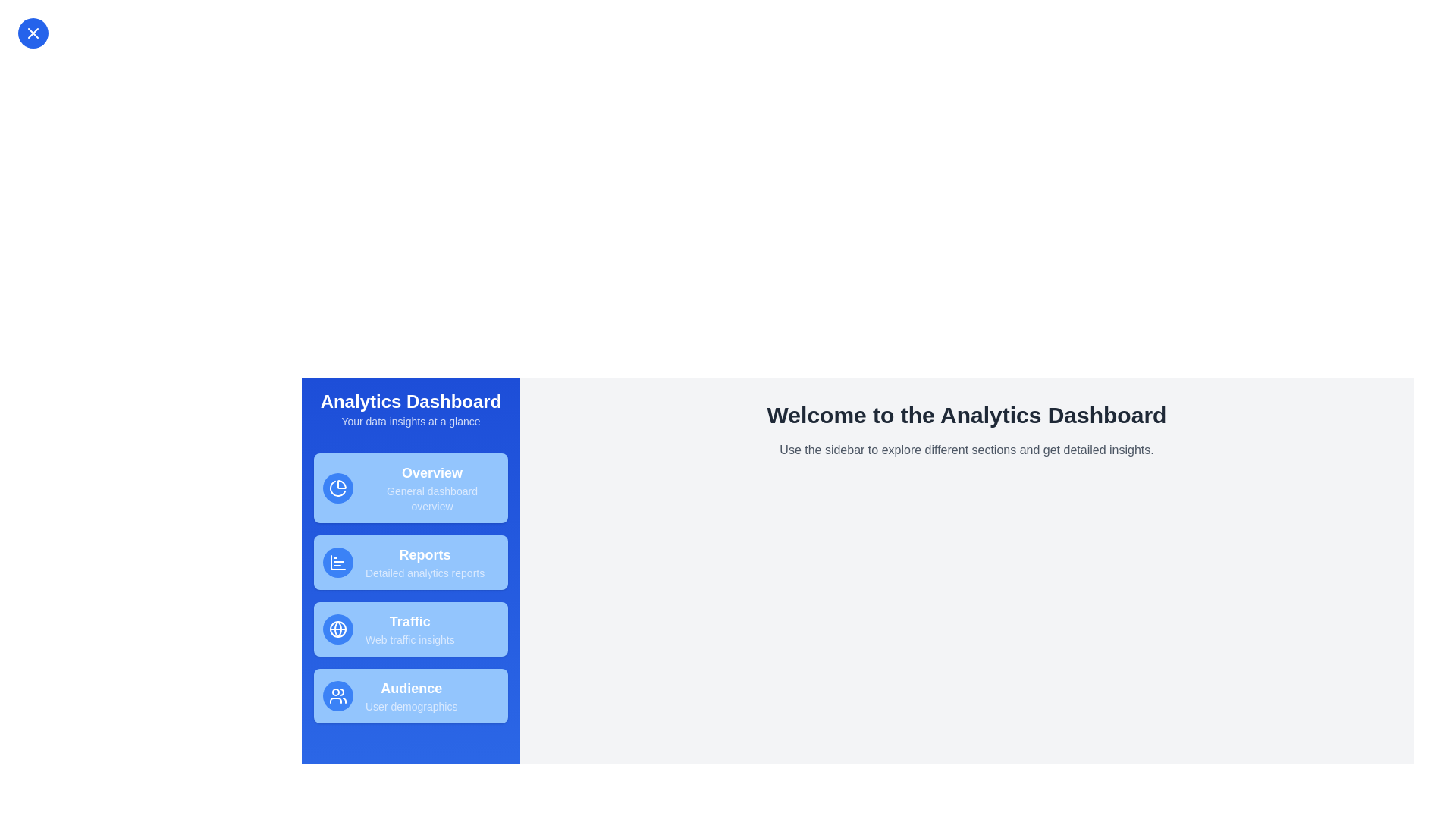  Describe the element at coordinates (411, 562) in the screenshot. I see `the navigation item labeled Reports` at that location.